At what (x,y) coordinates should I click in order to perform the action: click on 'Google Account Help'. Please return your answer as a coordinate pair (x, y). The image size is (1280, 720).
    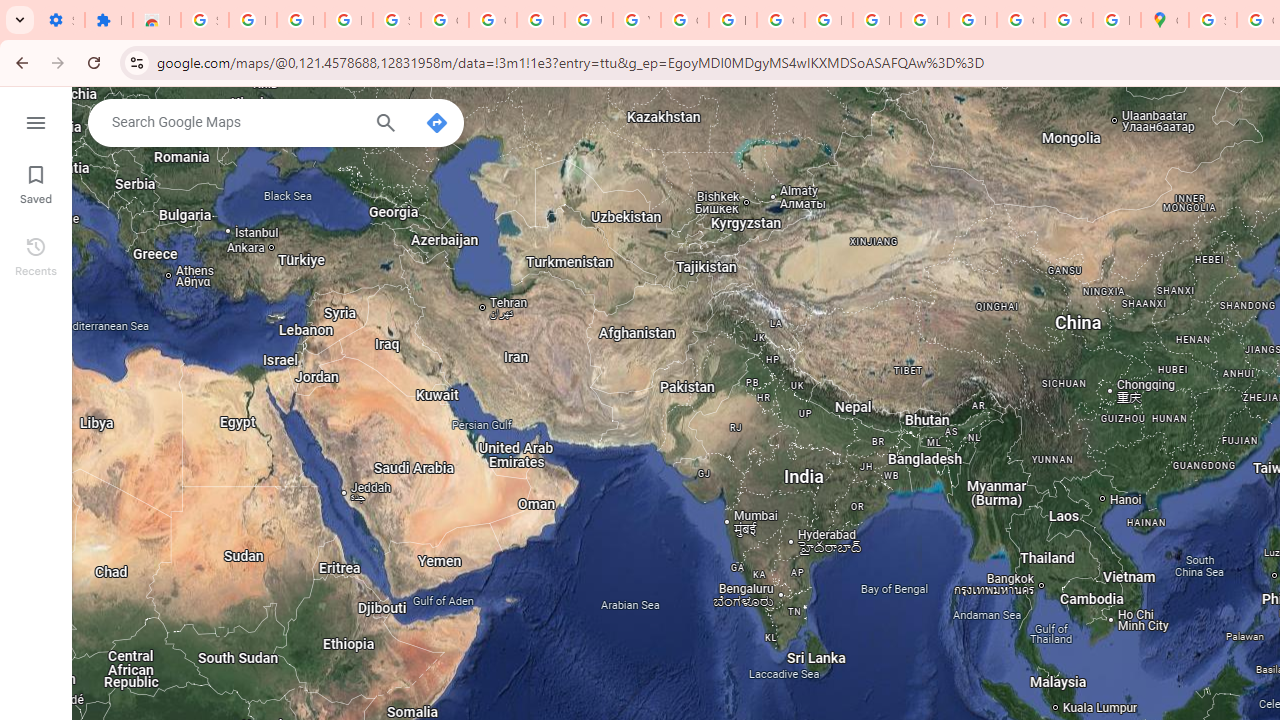
    Looking at the image, I should click on (443, 20).